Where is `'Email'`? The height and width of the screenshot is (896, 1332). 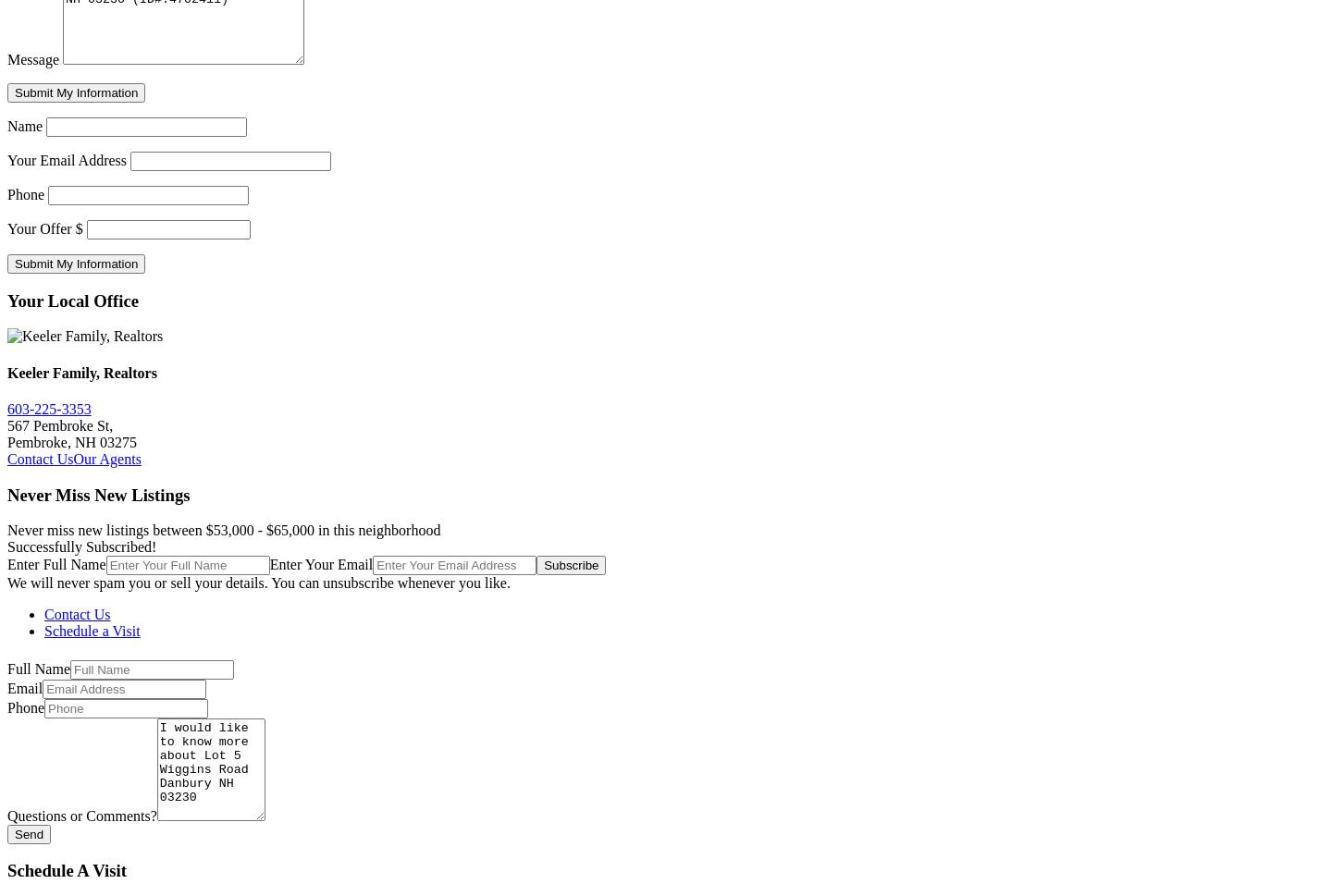
'Email' is located at coordinates (23, 687).